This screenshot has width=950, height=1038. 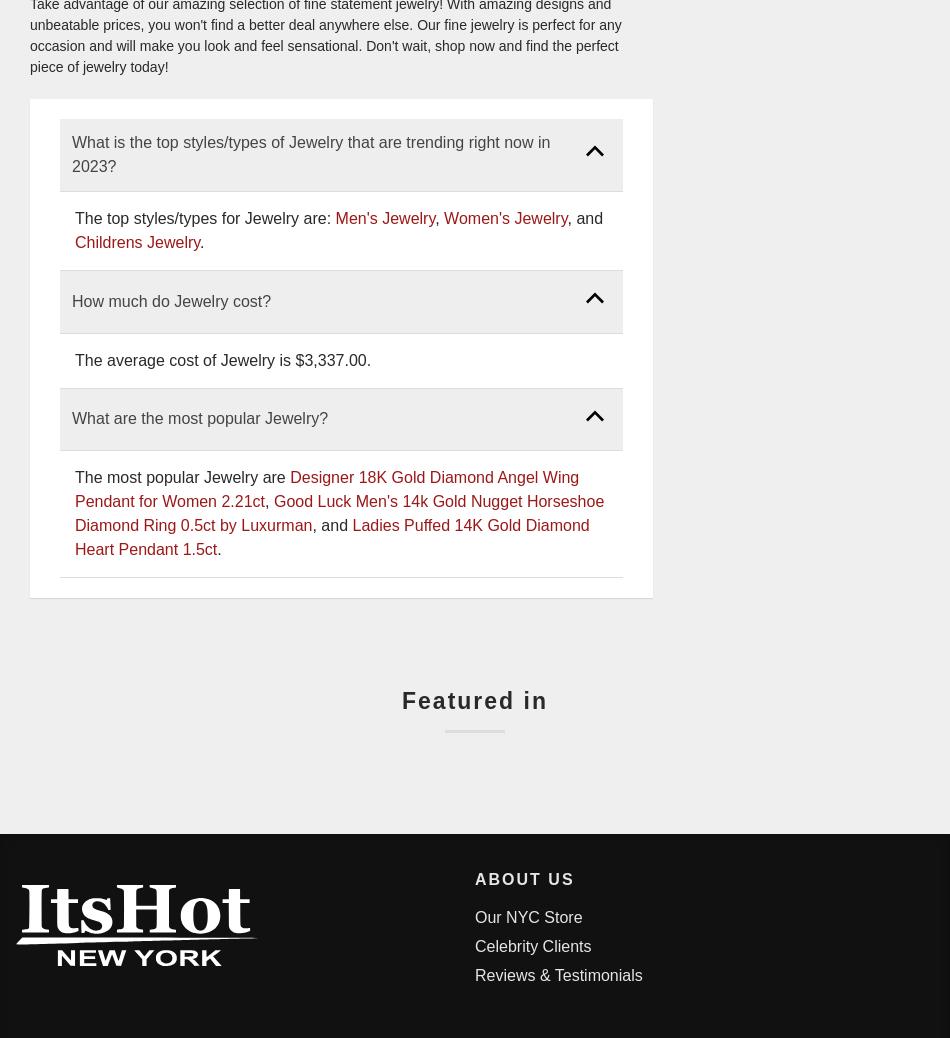 I want to click on 'The most popular Jewelry are', so click(x=74, y=477).